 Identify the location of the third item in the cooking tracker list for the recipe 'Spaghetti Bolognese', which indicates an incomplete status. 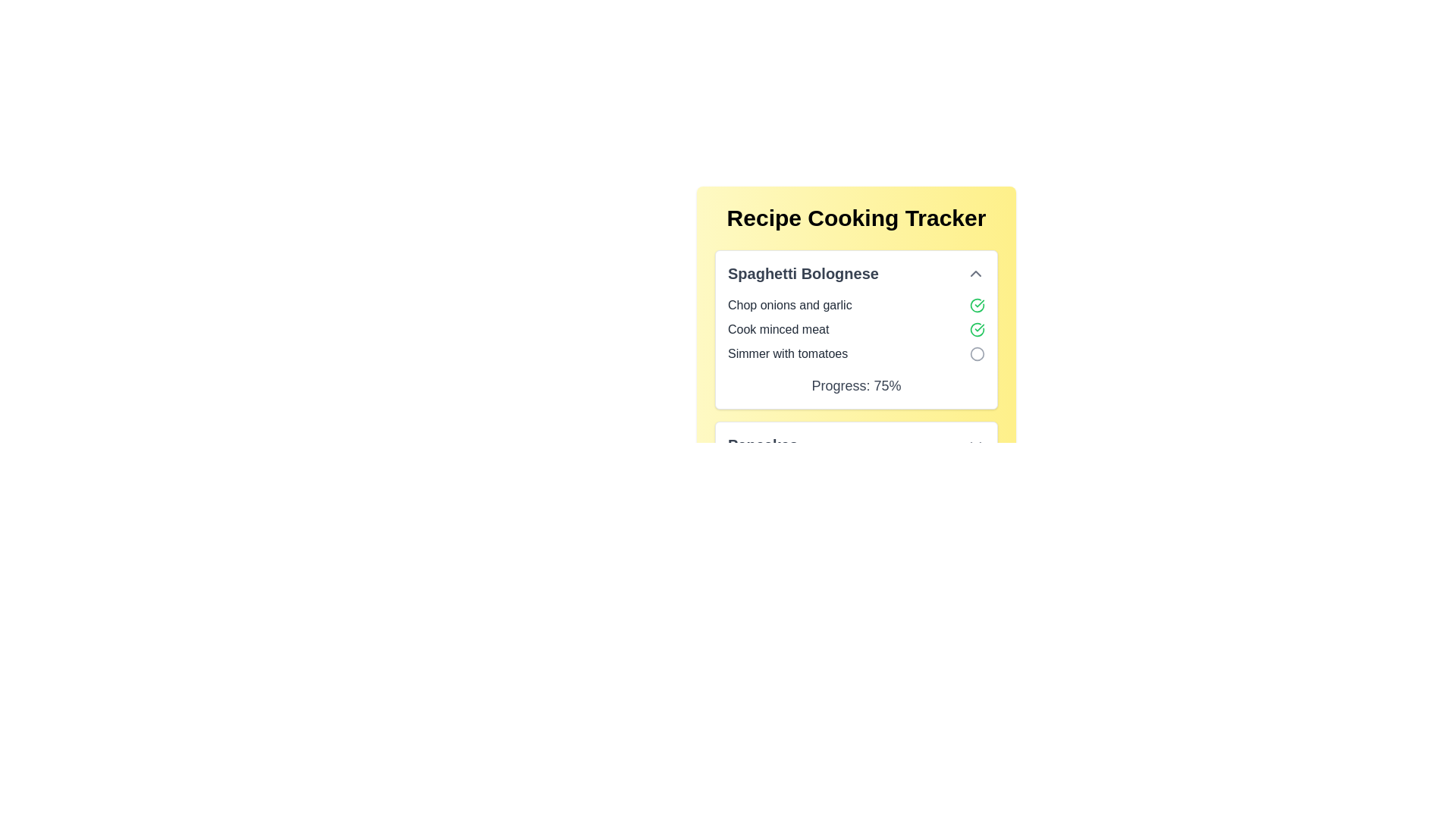
(856, 353).